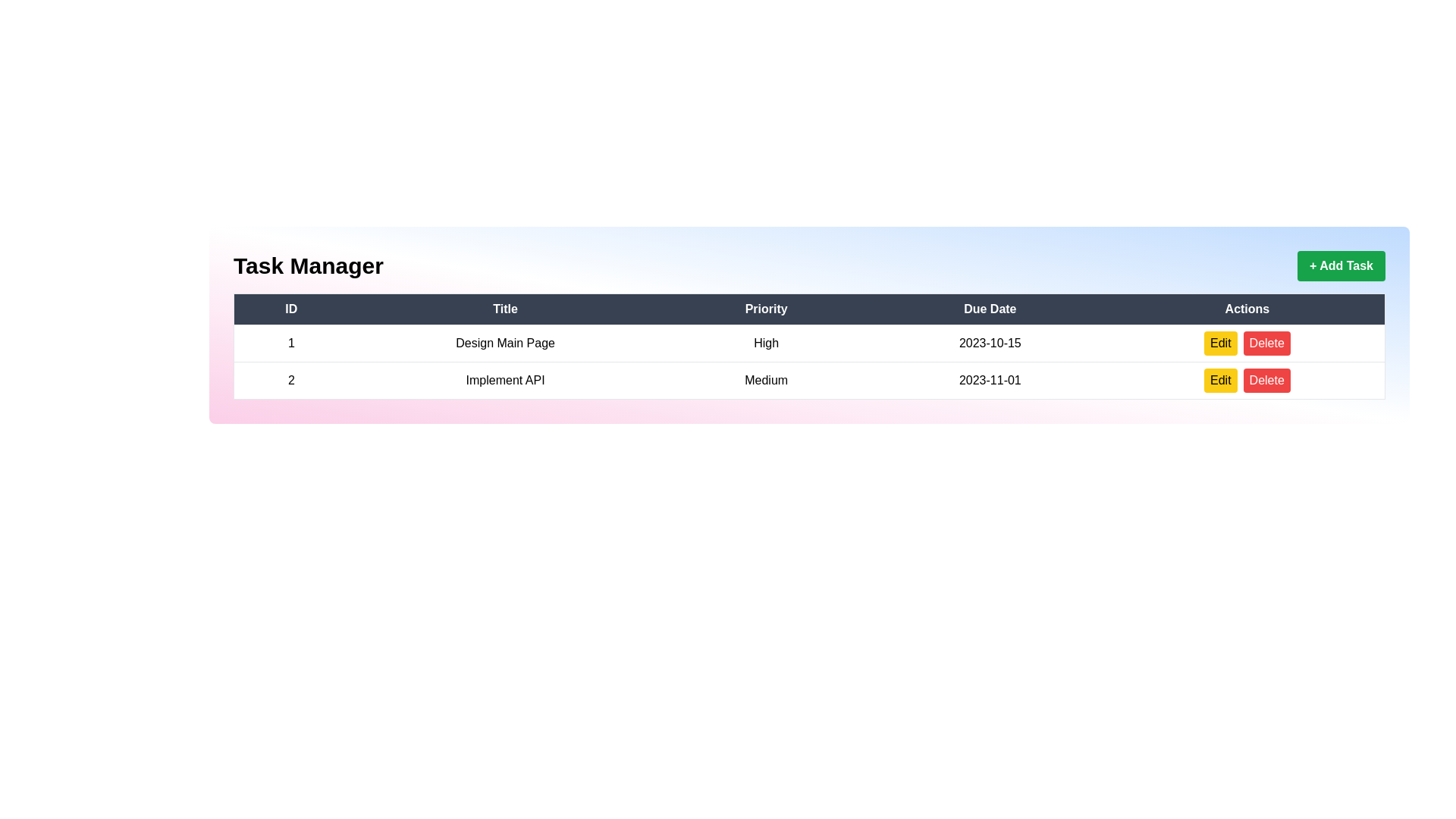 The width and height of the screenshot is (1456, 819). What do you see at coordinates (1220, 343) in the screenshot?
I see `the 'Edit' button, which is a rectangular button with a yellow background and bold black text, located in the 'Actions' column of the first row of a table` at bounding box center [1220, 343].